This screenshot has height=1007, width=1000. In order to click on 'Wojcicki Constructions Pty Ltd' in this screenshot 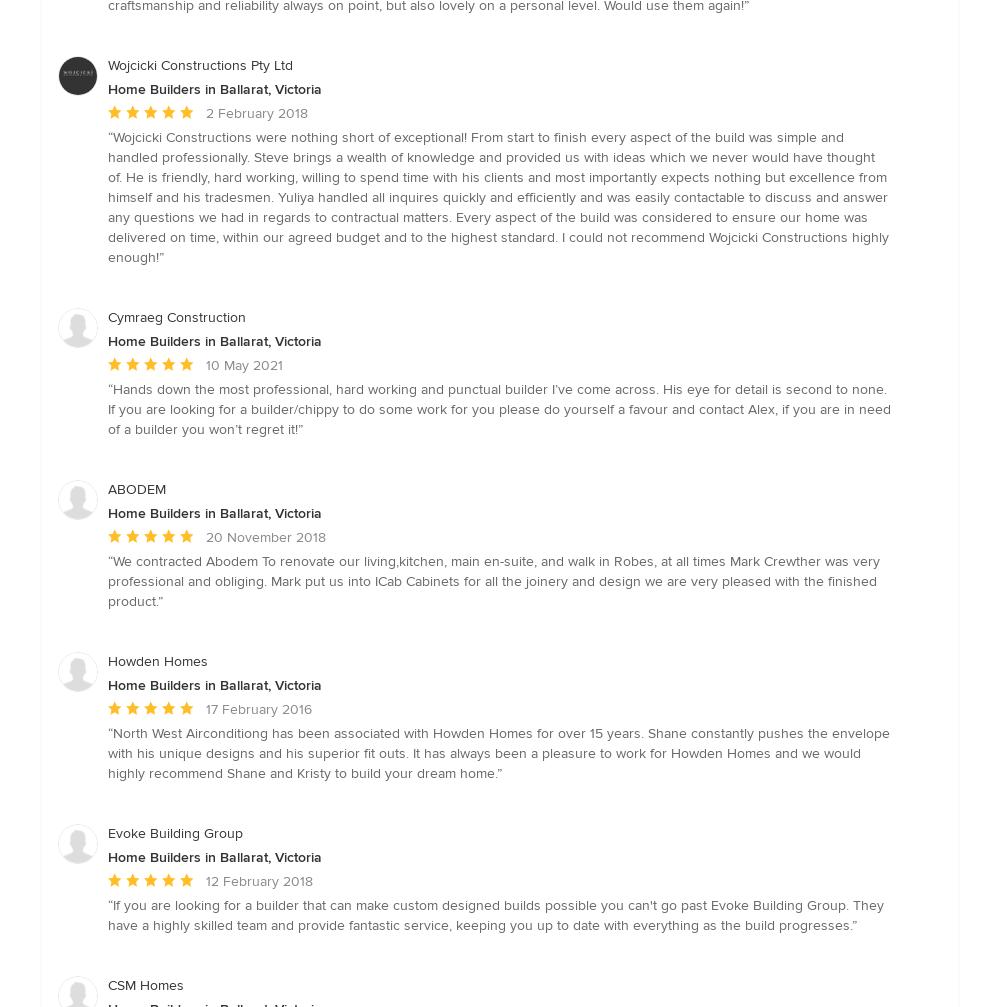, I will do `click(107, 64)`.